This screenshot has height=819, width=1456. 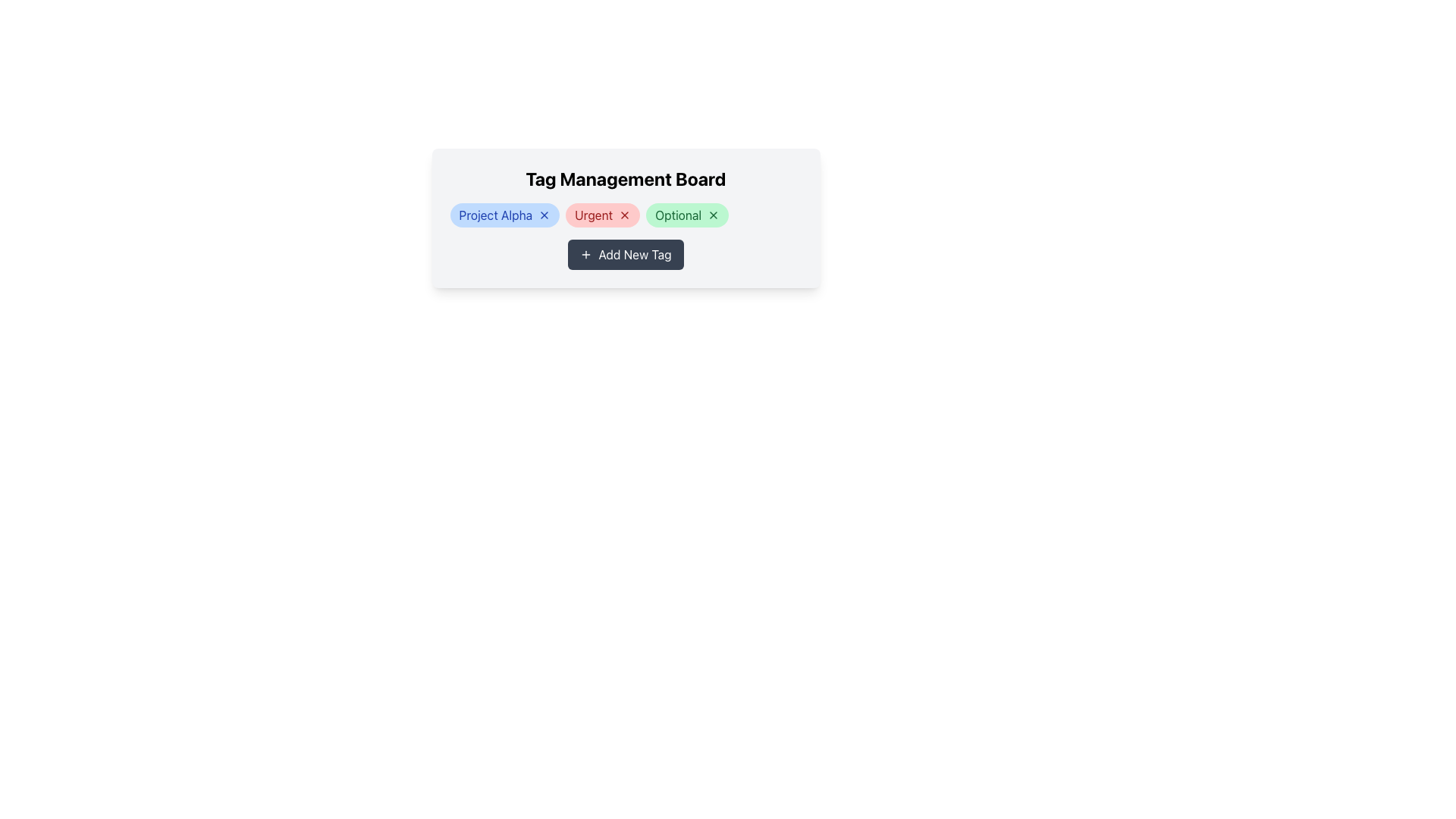 I want to click on the 'Add New Tag' button with a dark gray background located at the bottom of the 'Tag Management Board' modal, which is centered below the tags 'Project Alpha', 'Urgent', and 'Optional', so click(x=626, y=253).